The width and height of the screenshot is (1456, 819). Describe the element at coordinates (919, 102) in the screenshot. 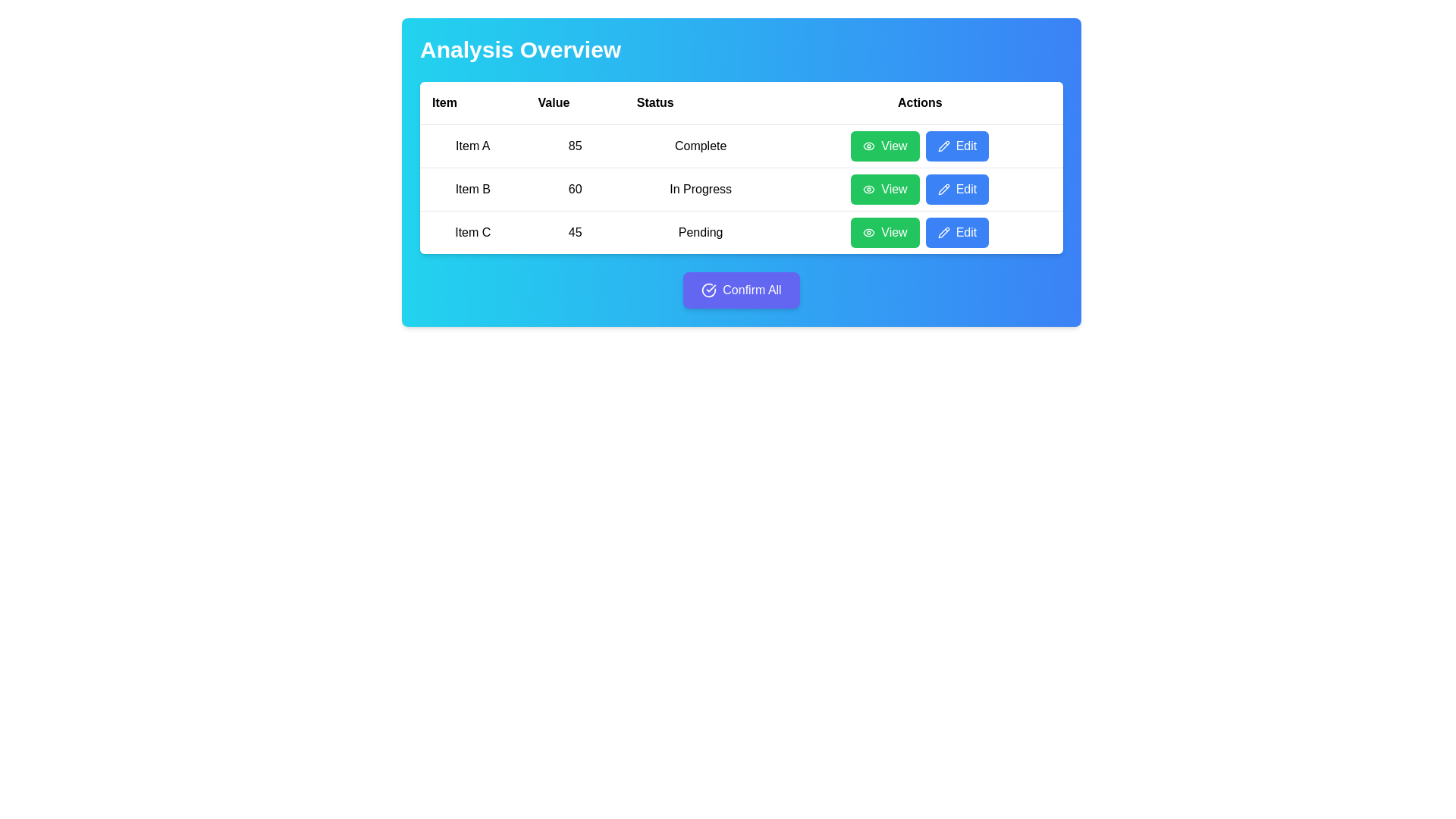

I see `the text header labeled 'Actions', which is styled with black, bold text and is located in the upper section of the interface as the last header in a table layout` at that location.